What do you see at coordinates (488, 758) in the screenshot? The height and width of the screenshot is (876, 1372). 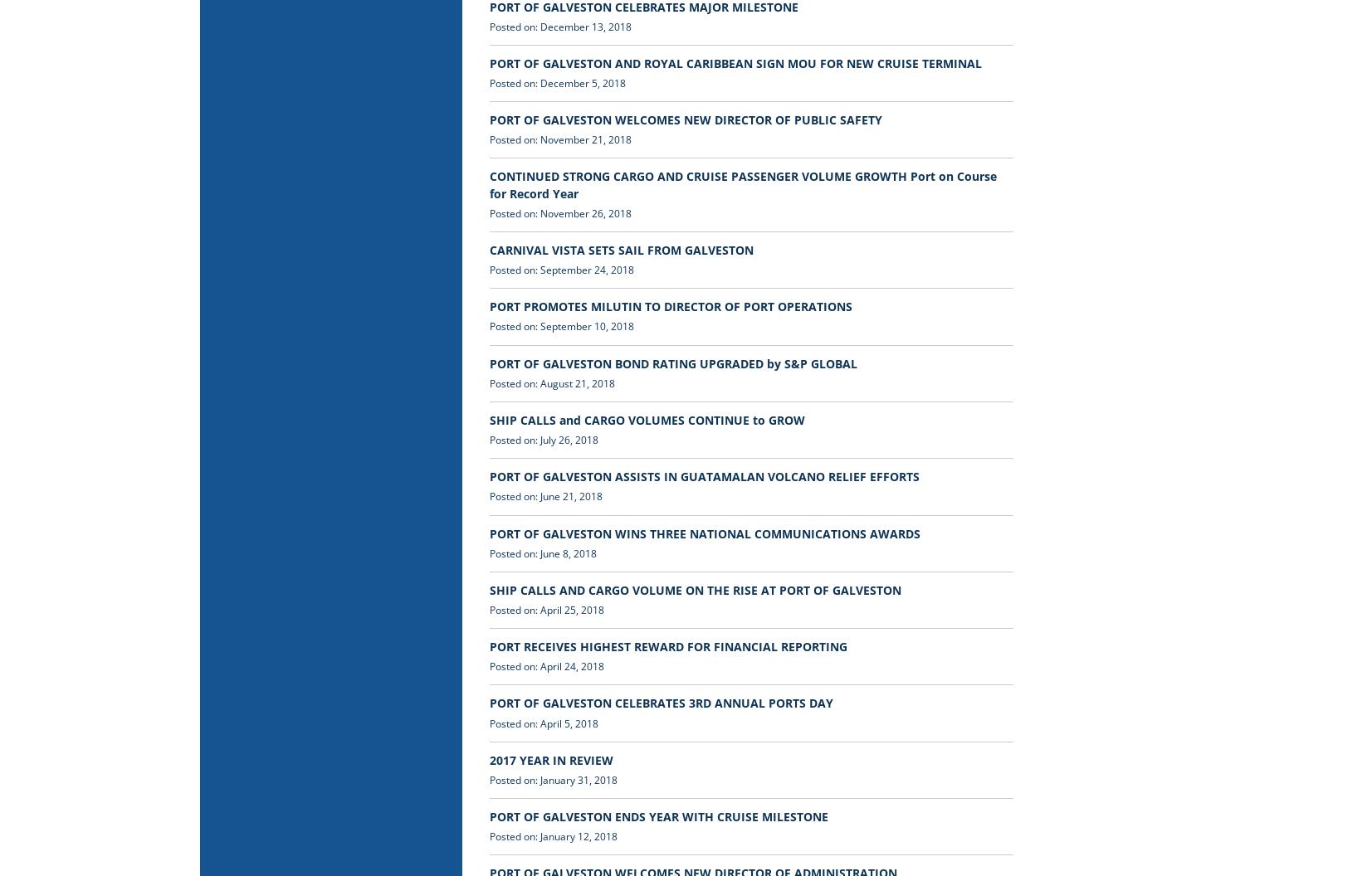 I see `'2017 YEAR IN REVIEW'` at bounding box center [488, 758].